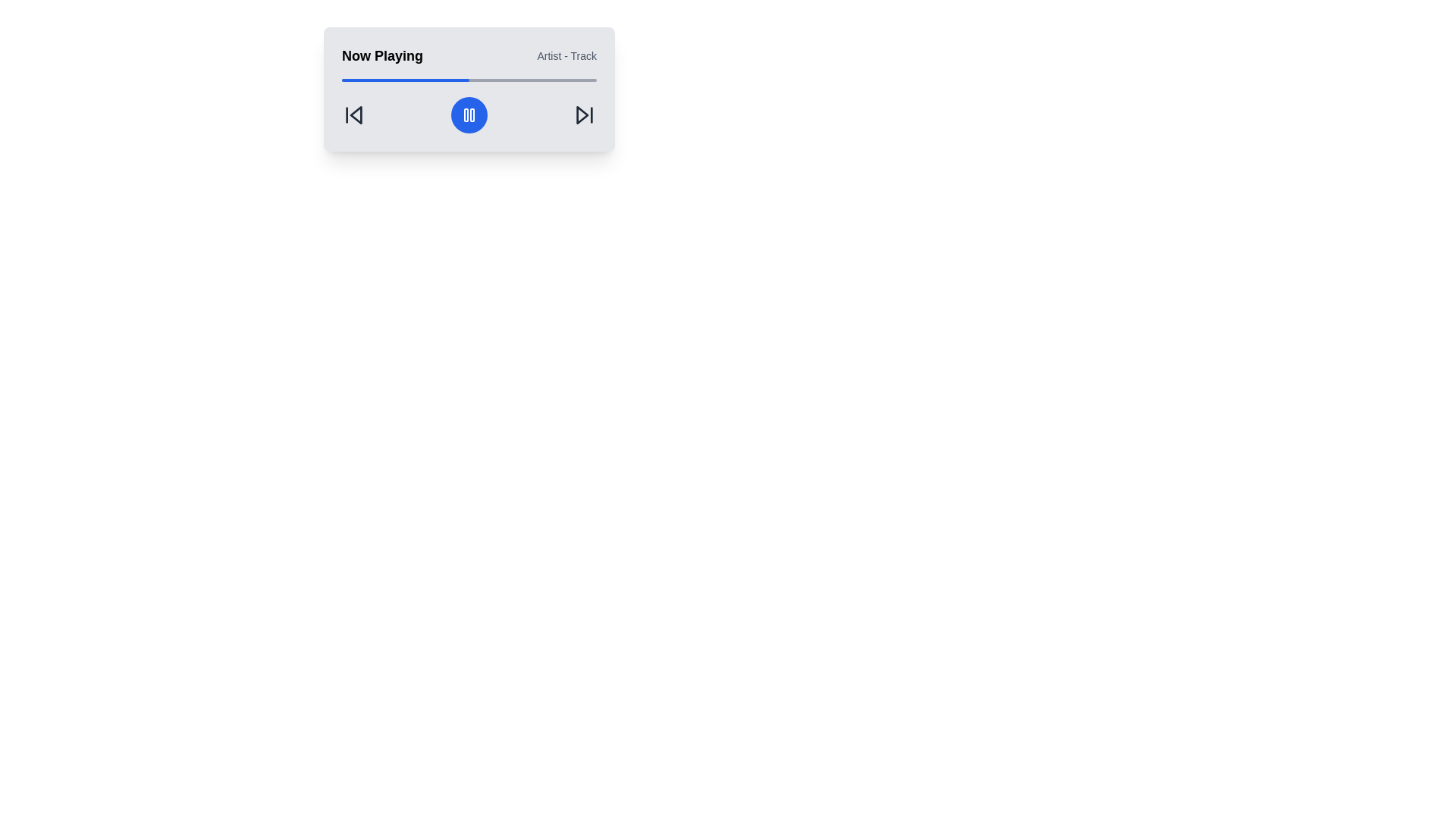  I want to click on the left rectangle of the pause icon, so click(465, 114).